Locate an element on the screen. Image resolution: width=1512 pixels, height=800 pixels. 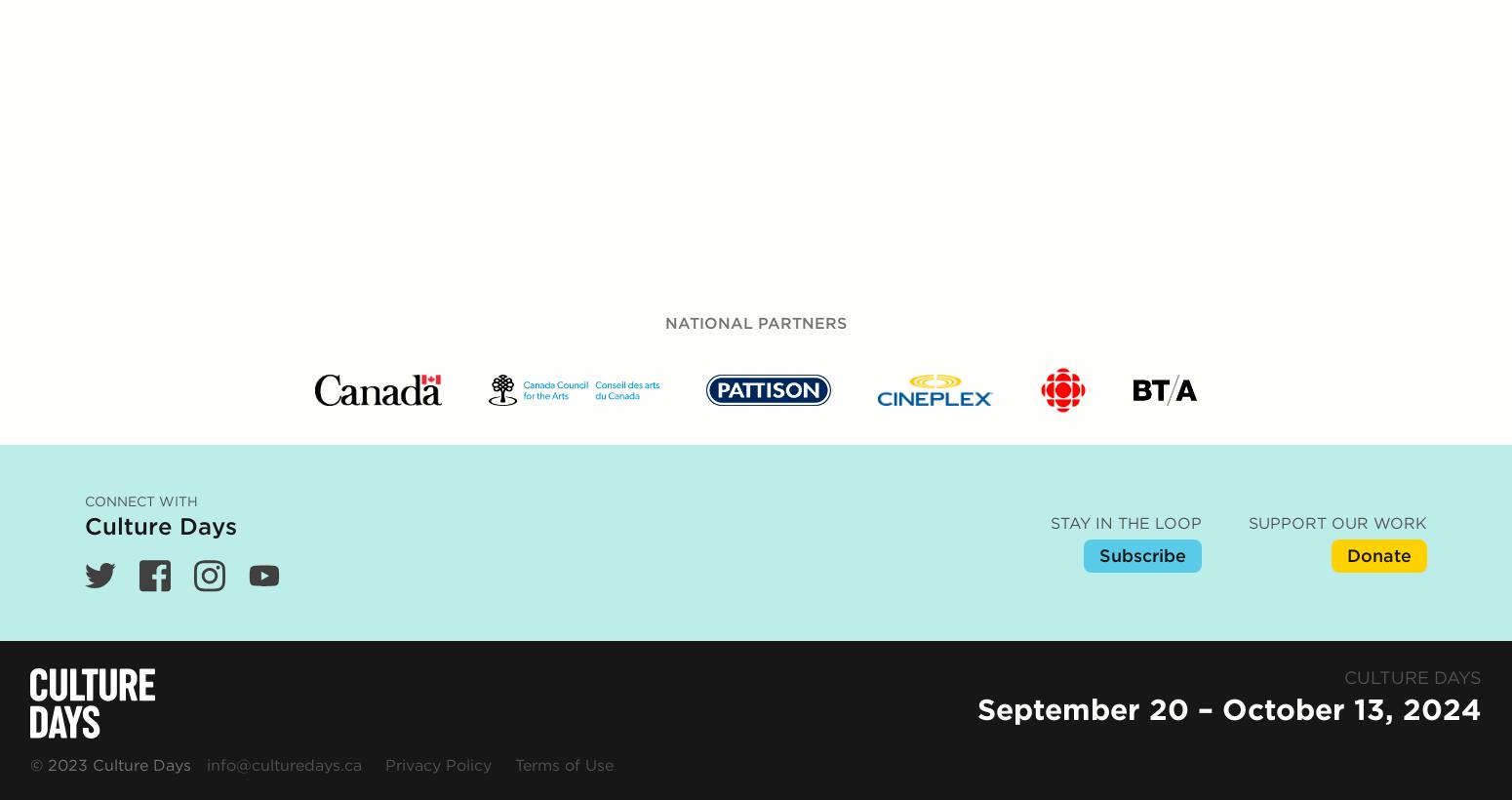
'Donate' is located at coordinates (1378, 137).